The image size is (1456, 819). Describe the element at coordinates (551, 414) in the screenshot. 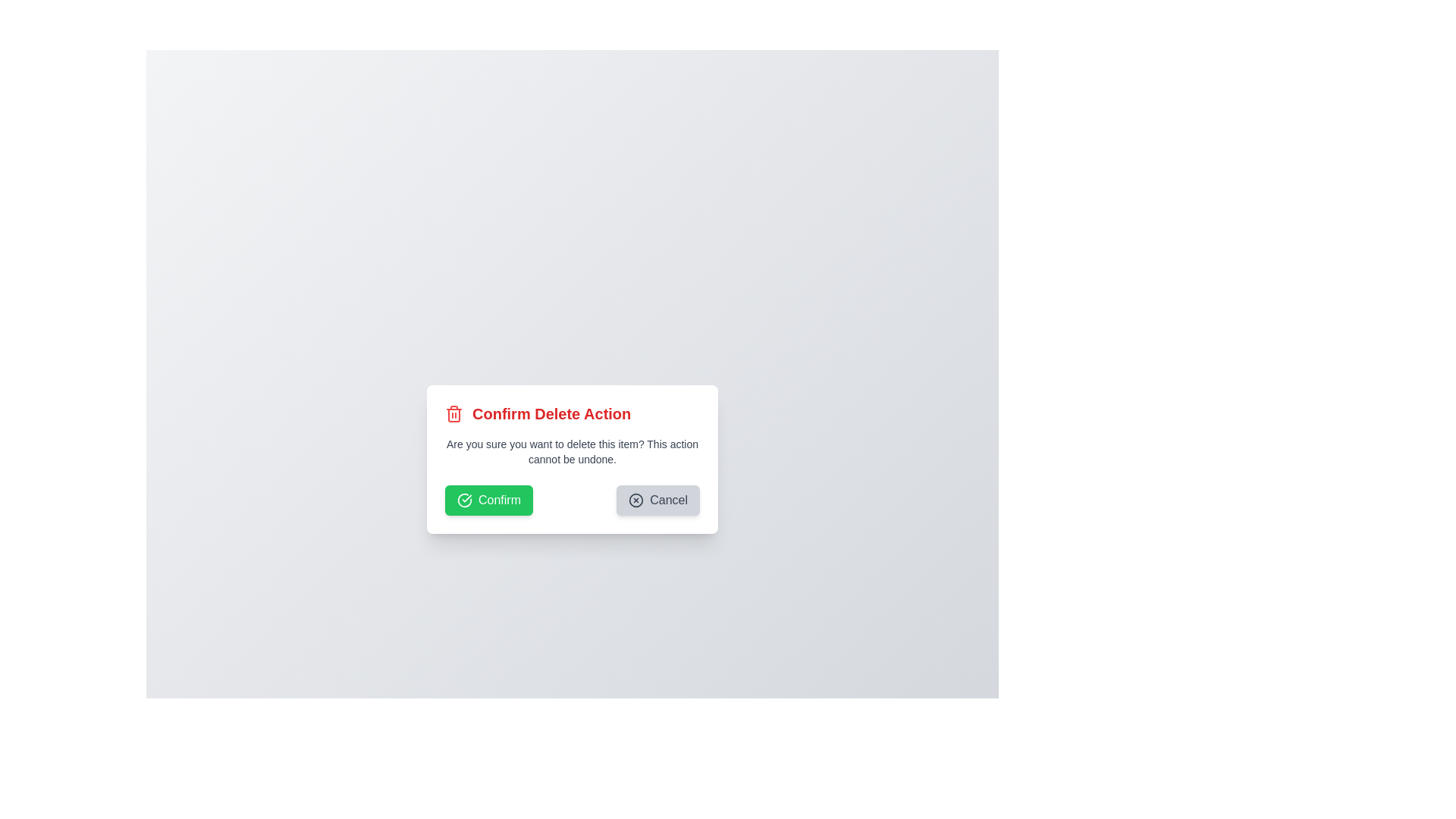

I see `text label displaying 'Confirm Delete Action' in bold red font to understand the warning about deletion` at that location.